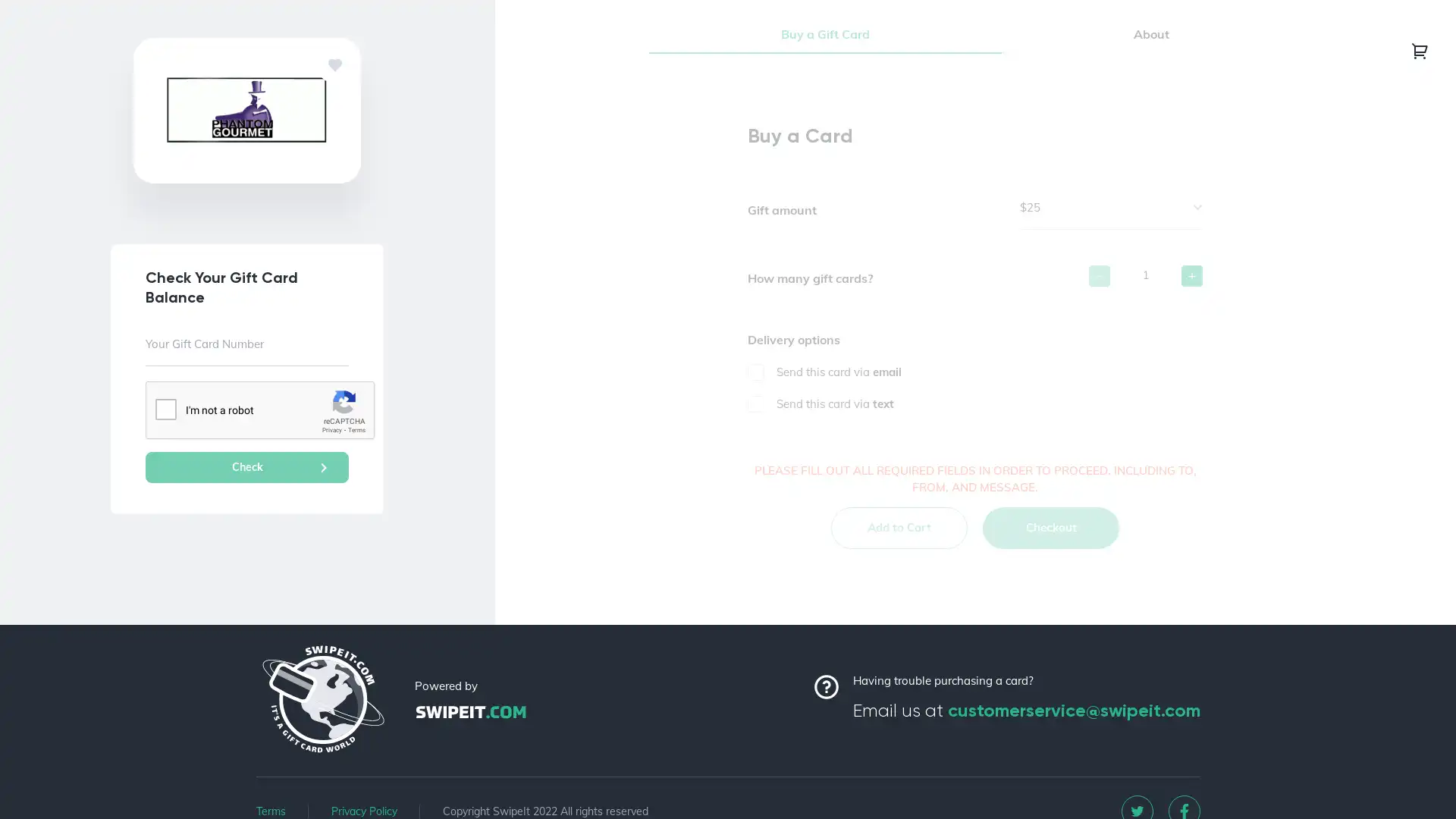 This screenshot has height=819, width=1456. Describe the element at coordinates (899, 542) in the screenshot. I see `Add to Cart` at that location.